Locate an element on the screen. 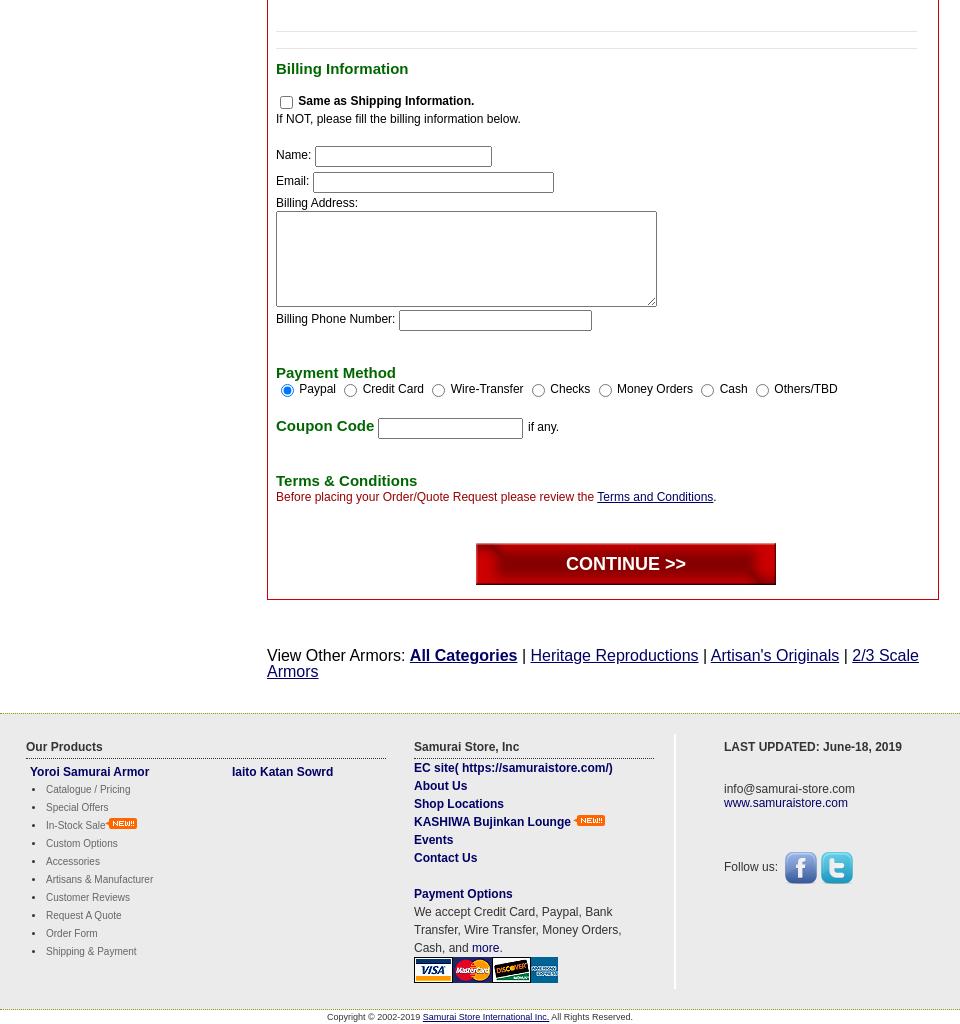 This screenshot has height=1024, width=960. 'Our Products' is located at coordinates (64, 744).